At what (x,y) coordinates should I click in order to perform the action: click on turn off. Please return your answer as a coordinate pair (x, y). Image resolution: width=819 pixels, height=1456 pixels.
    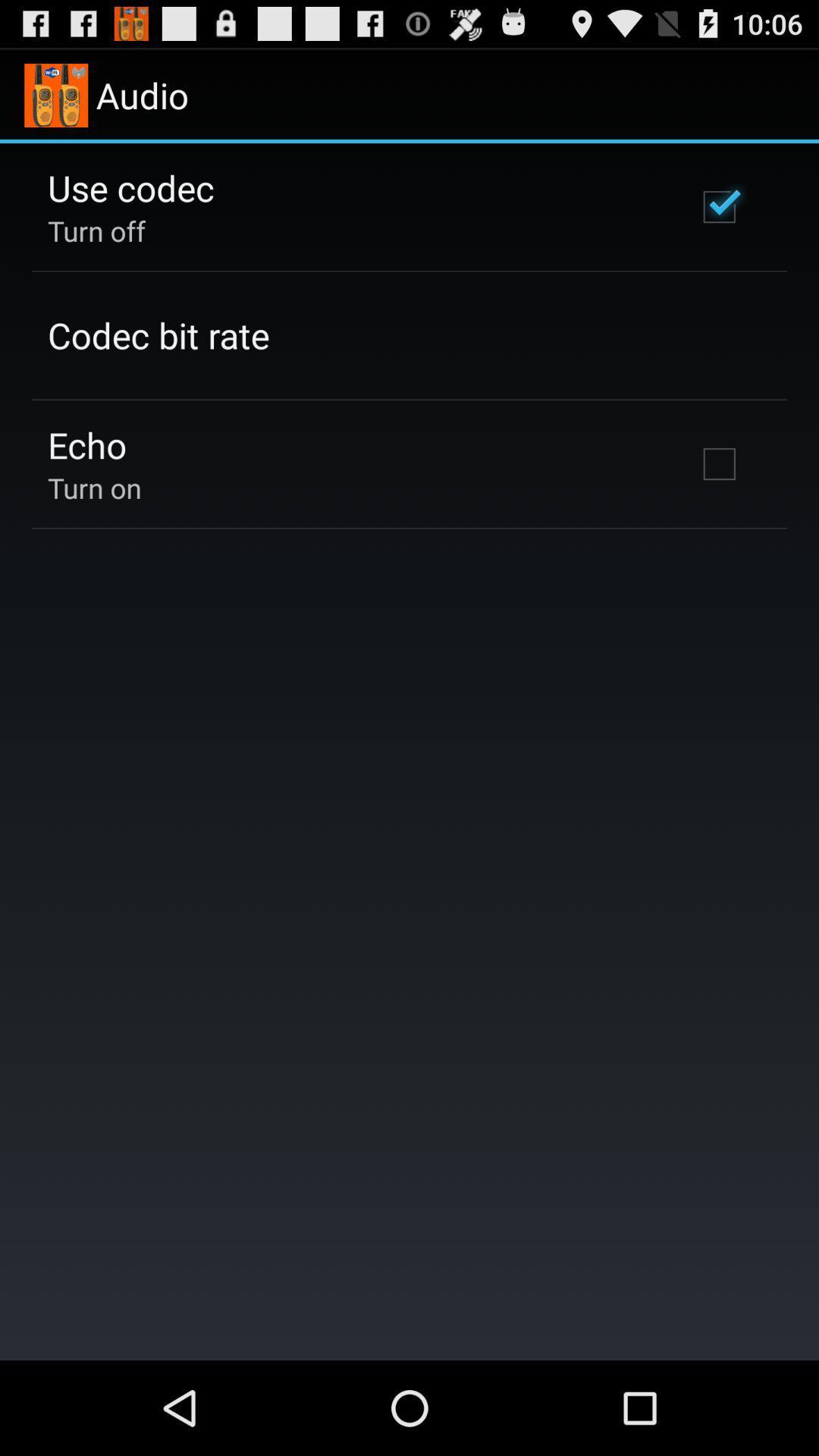
    Looking at the image, I should click on (96, 230).